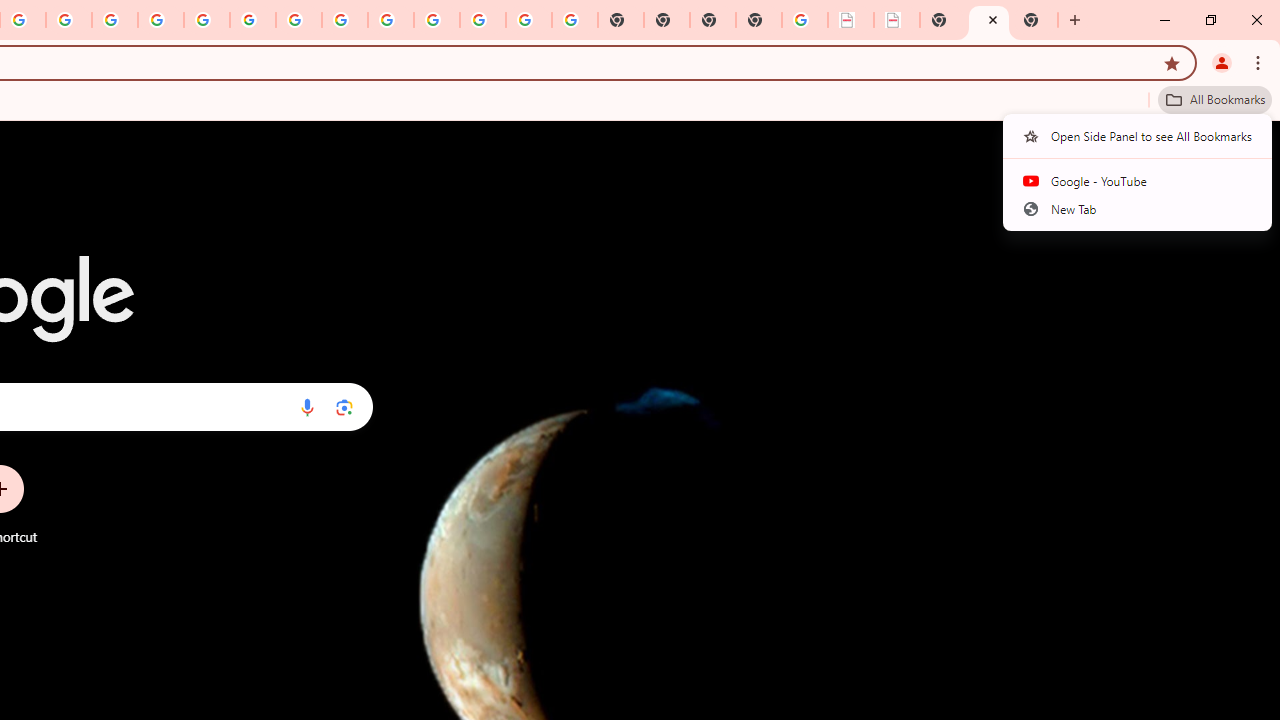  I want to click on 'Search by image', so click(344, 406).